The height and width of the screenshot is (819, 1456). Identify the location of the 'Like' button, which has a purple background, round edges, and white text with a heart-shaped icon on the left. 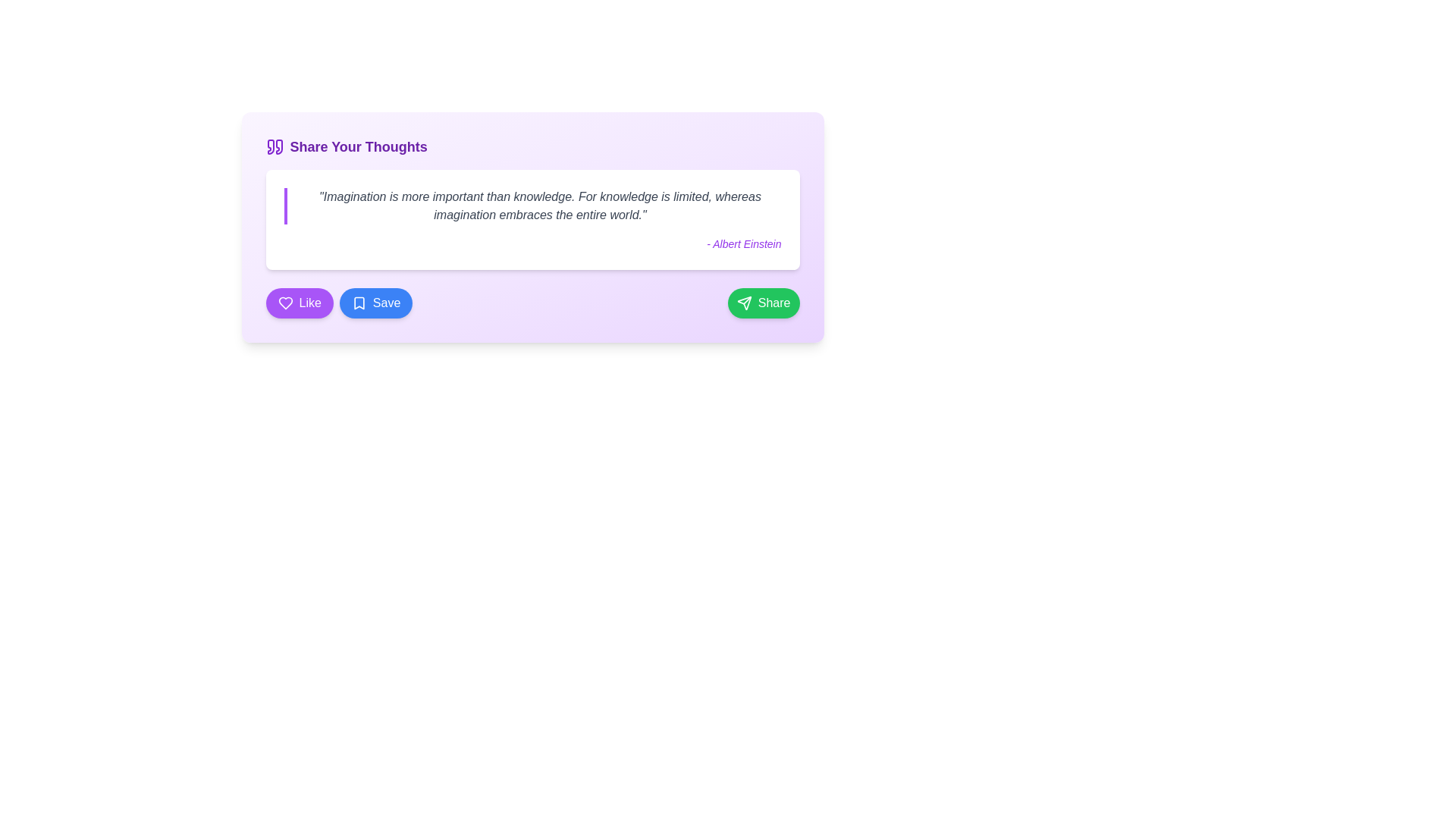
(300, 303).